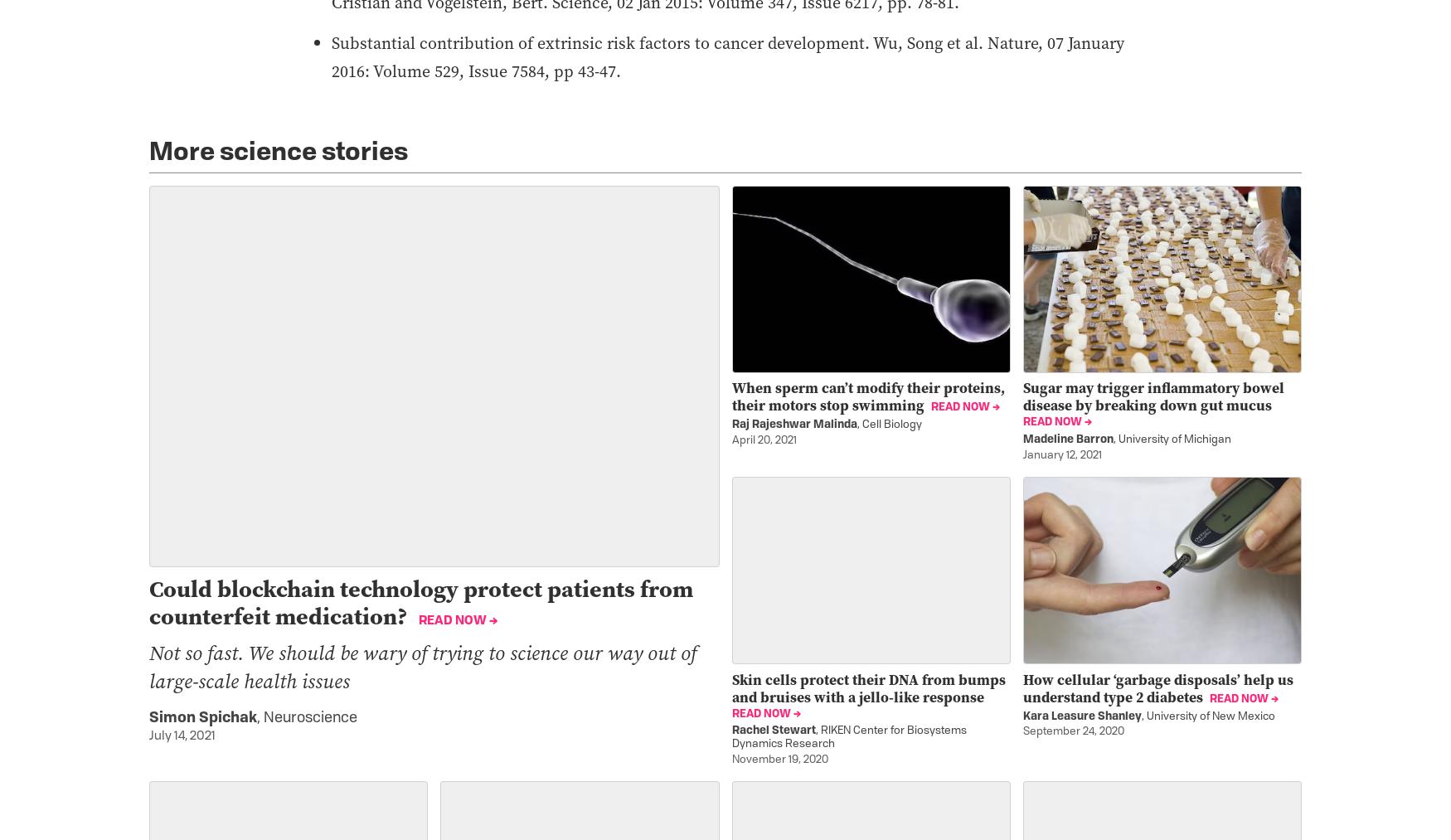 The width and height of the screenshot is (1451, 840). Describe the element at coordinates (307, 717) in the screenshot. I see `', Neuroscience'` at that location.